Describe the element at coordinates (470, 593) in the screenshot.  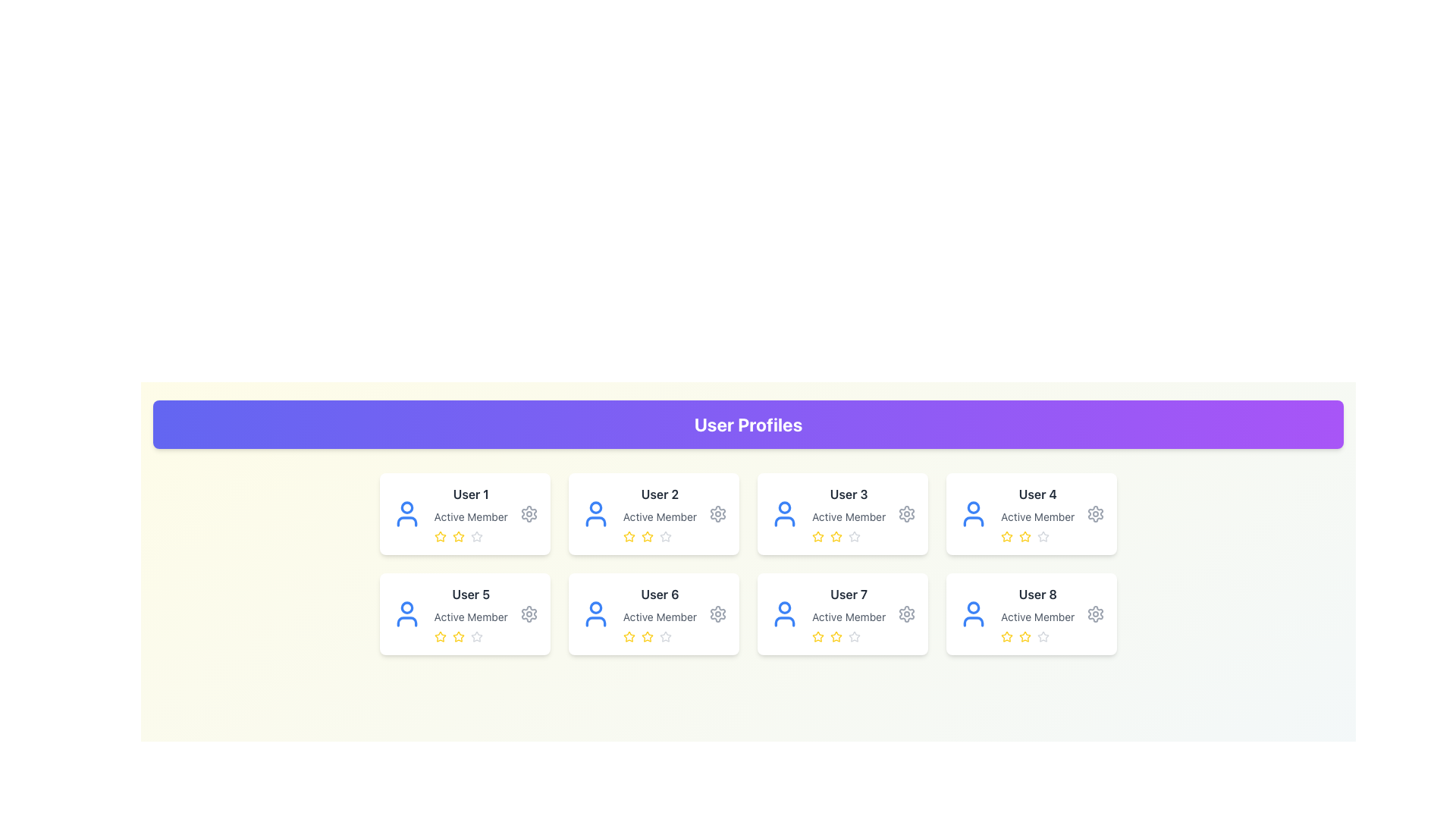
I see `the text label displaying 'User 5', which is styled in gray and bold font within the second row and first column of the user profile grid layout` at that location.